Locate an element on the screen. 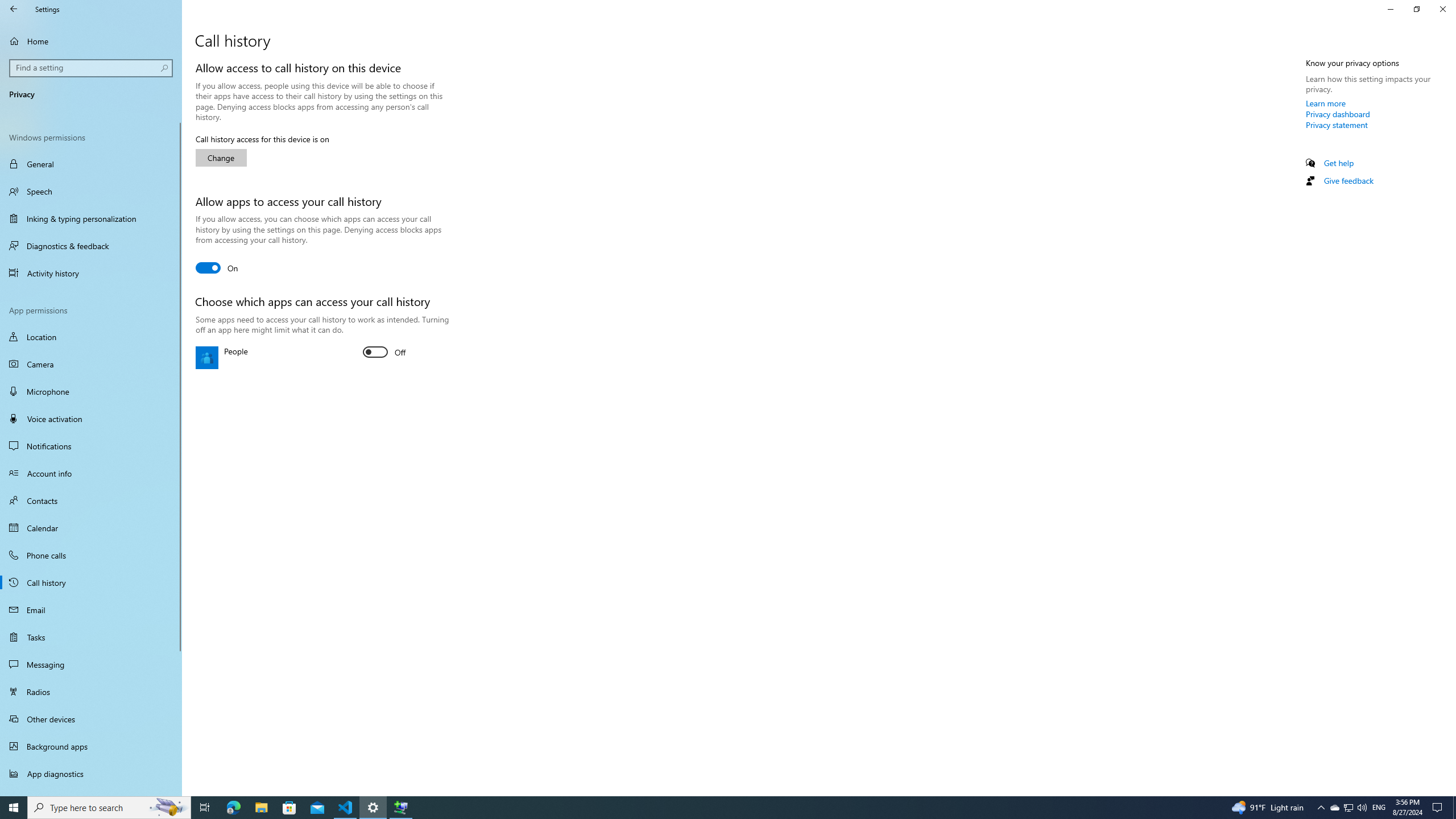  'Tasks' is located at coordinates (90, 636).